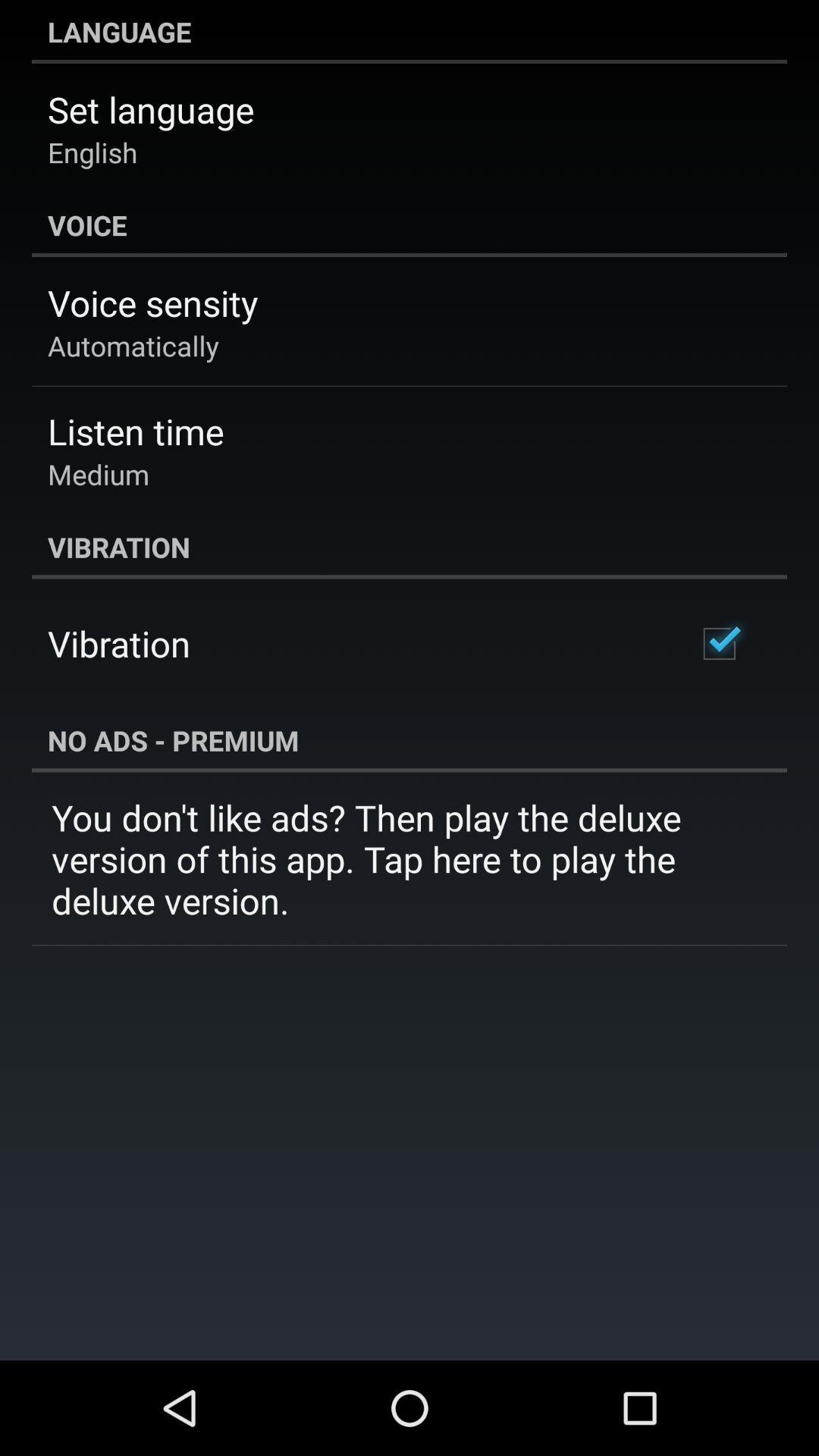 The image size is (819, 1456). What do you see at coordinates (718, 644) in the screenshot?
I see `the app next to vibration item` at bounding box center [718, 644].